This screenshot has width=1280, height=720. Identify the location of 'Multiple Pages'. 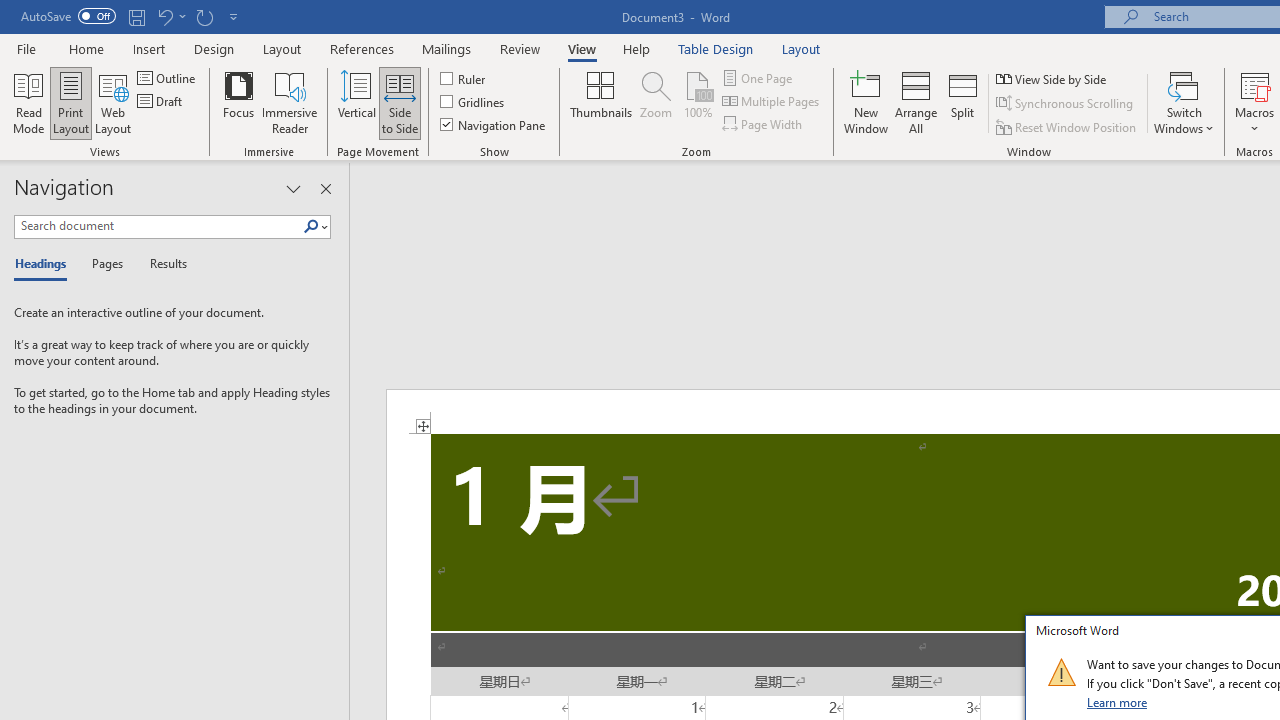
(771, 101).